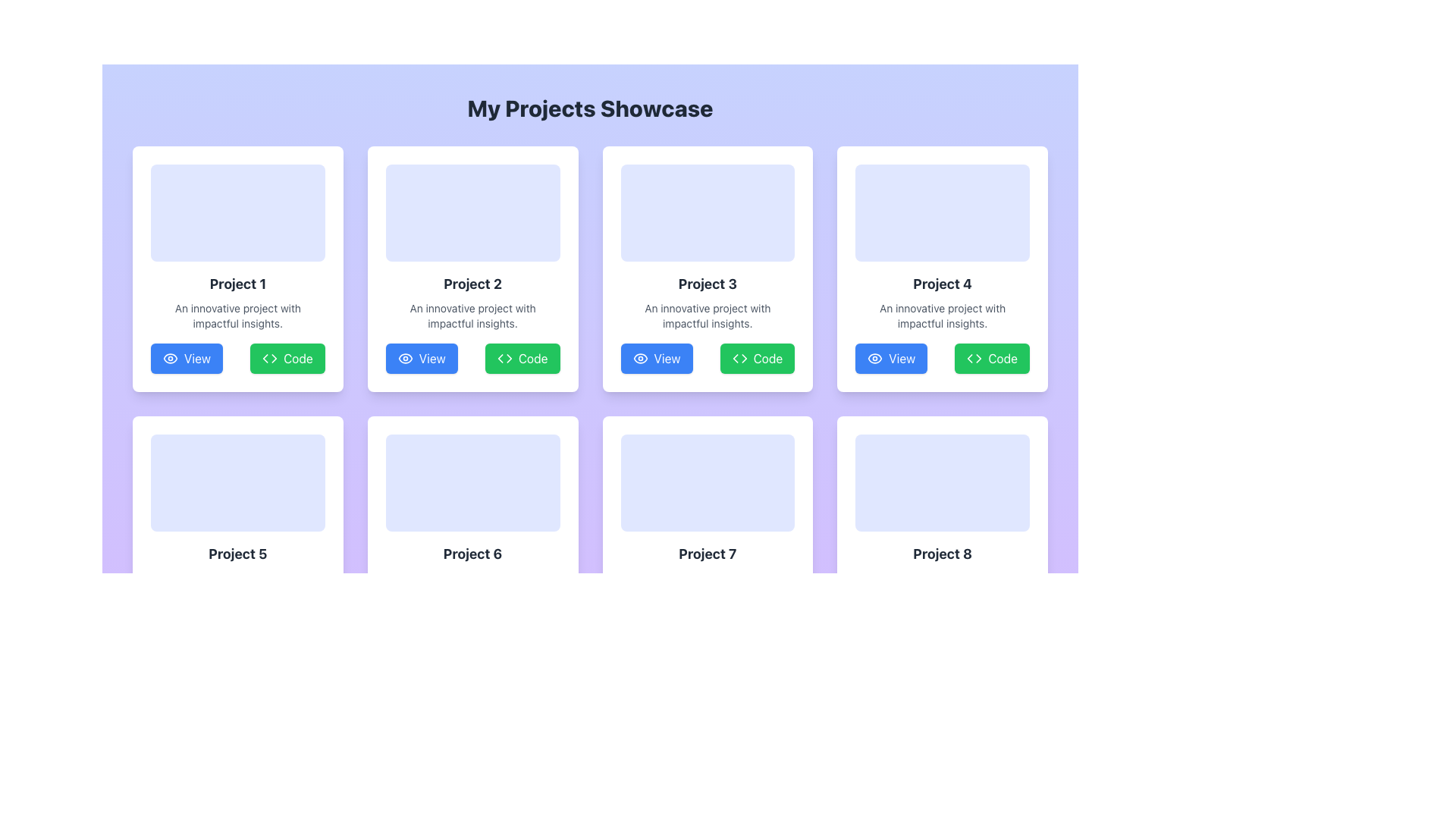  I want to click on the informational Text Block that describes 'Project 3', which is positioned under the title 'Project 3' and above the 'View' and 'Code' buttons, so click(707, 315).